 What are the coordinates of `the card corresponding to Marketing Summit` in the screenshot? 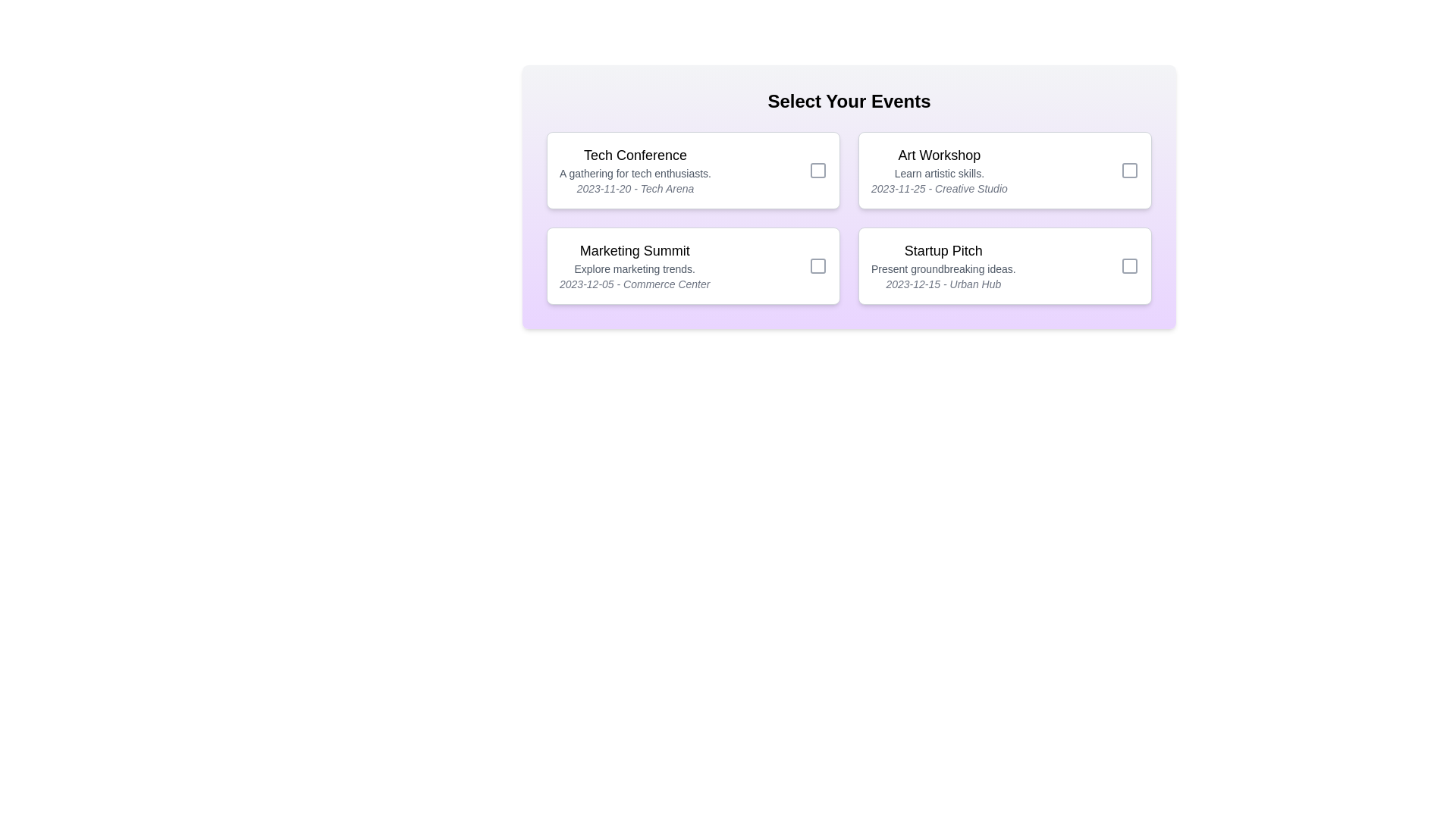 It's located at (692, 265).